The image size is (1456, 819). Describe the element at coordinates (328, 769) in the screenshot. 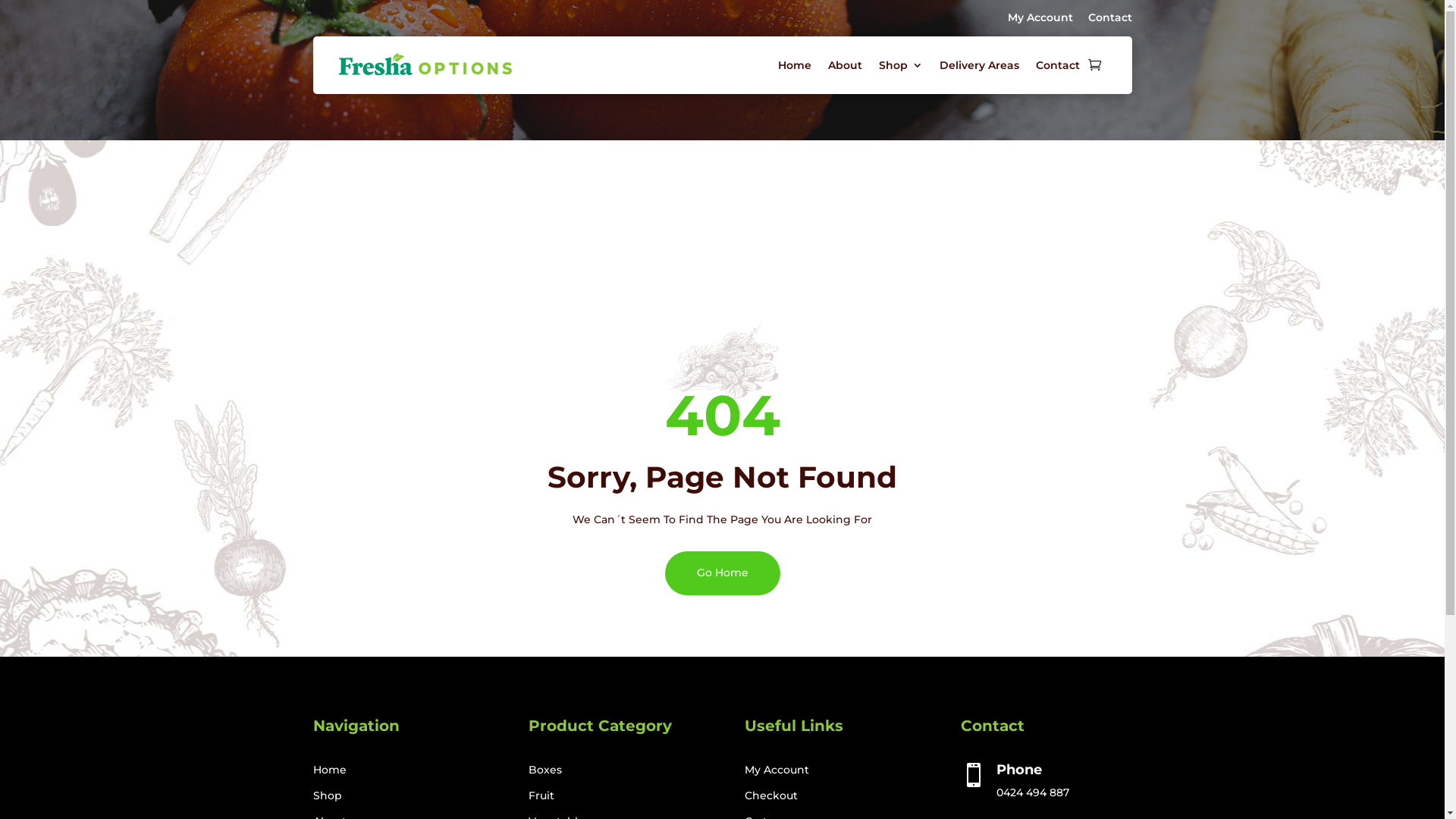

I see `'Home'` at that location.